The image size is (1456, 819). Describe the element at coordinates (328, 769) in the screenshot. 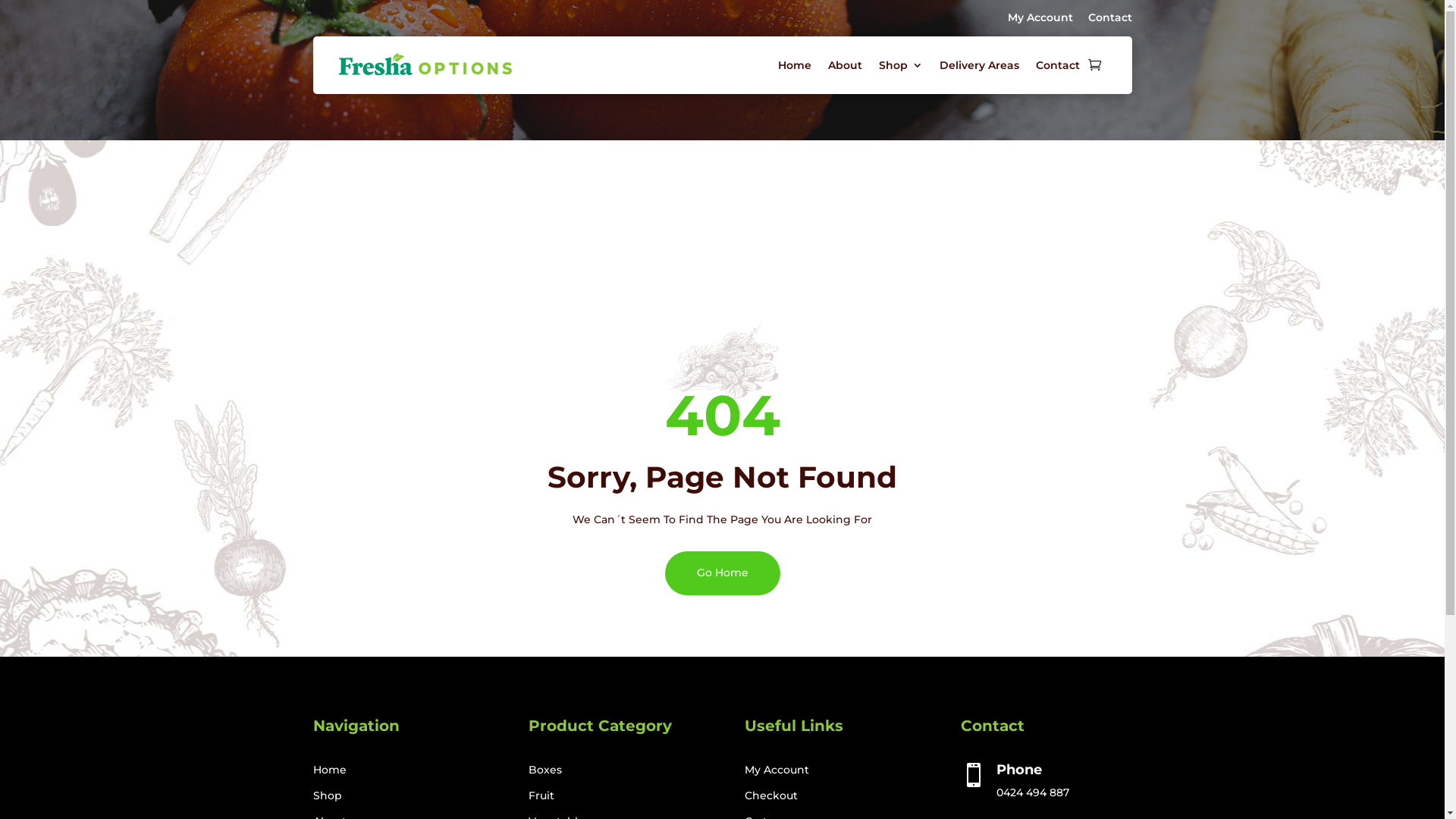

I see `'Home'` at that location.